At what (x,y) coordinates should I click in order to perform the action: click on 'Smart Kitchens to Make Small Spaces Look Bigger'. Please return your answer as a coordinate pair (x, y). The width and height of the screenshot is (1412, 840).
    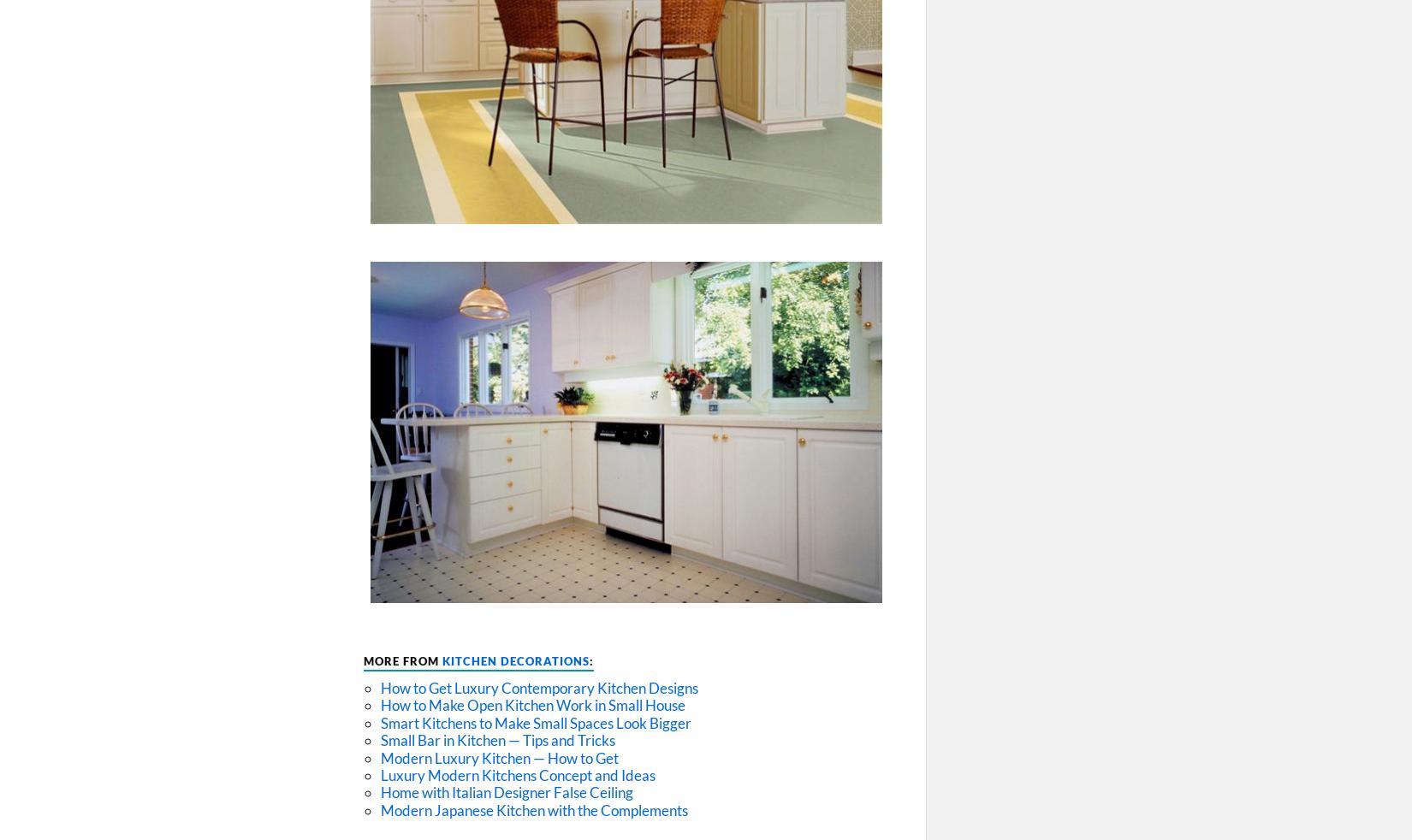
    Looking at the image, I should click on (535, 722).